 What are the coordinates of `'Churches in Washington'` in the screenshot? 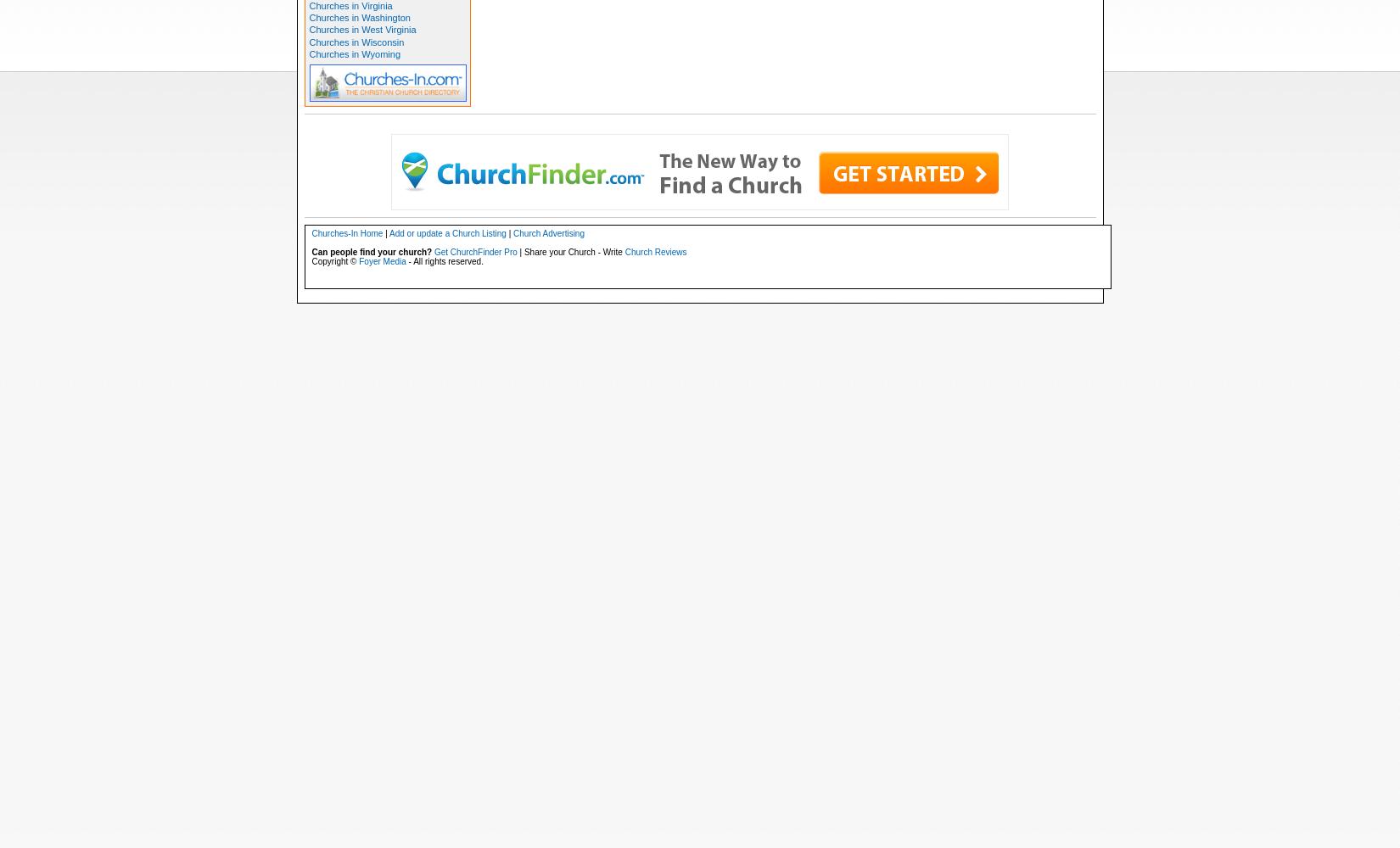 It's located at (358, 18).